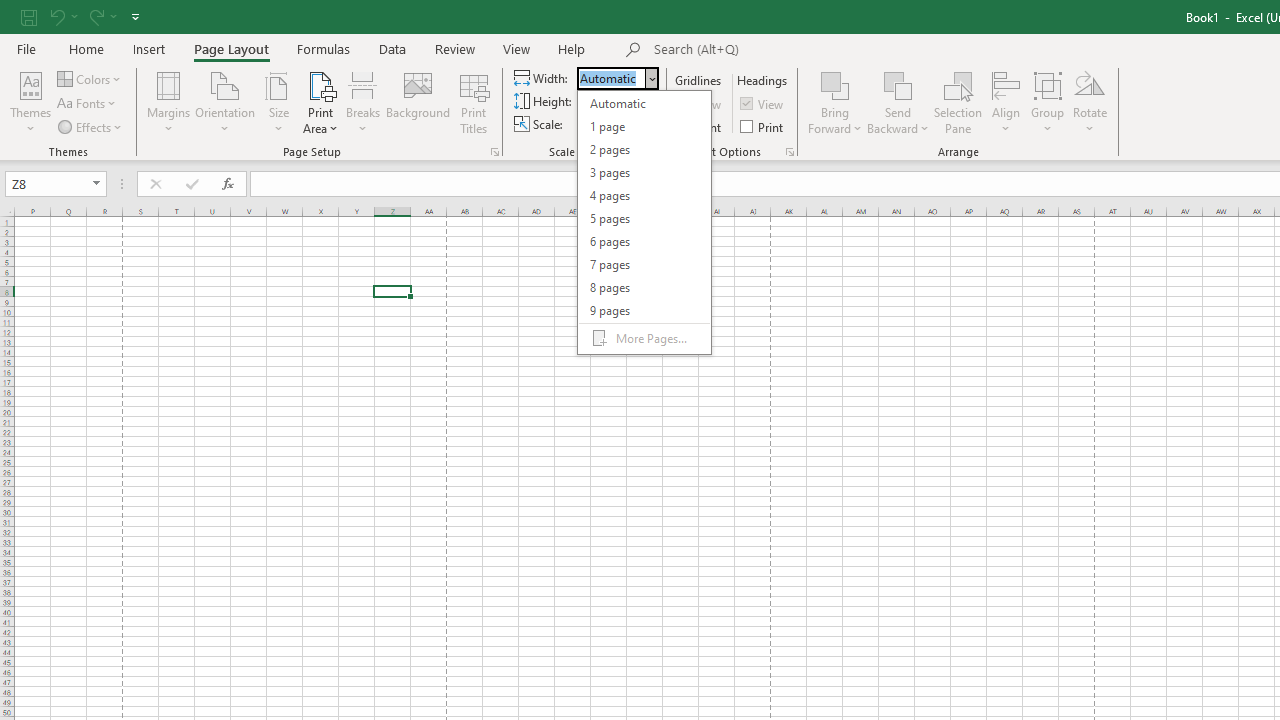 The width and height of the screenshot is (1280, 720). I want to click on 'Orientation', so click(225, 103).